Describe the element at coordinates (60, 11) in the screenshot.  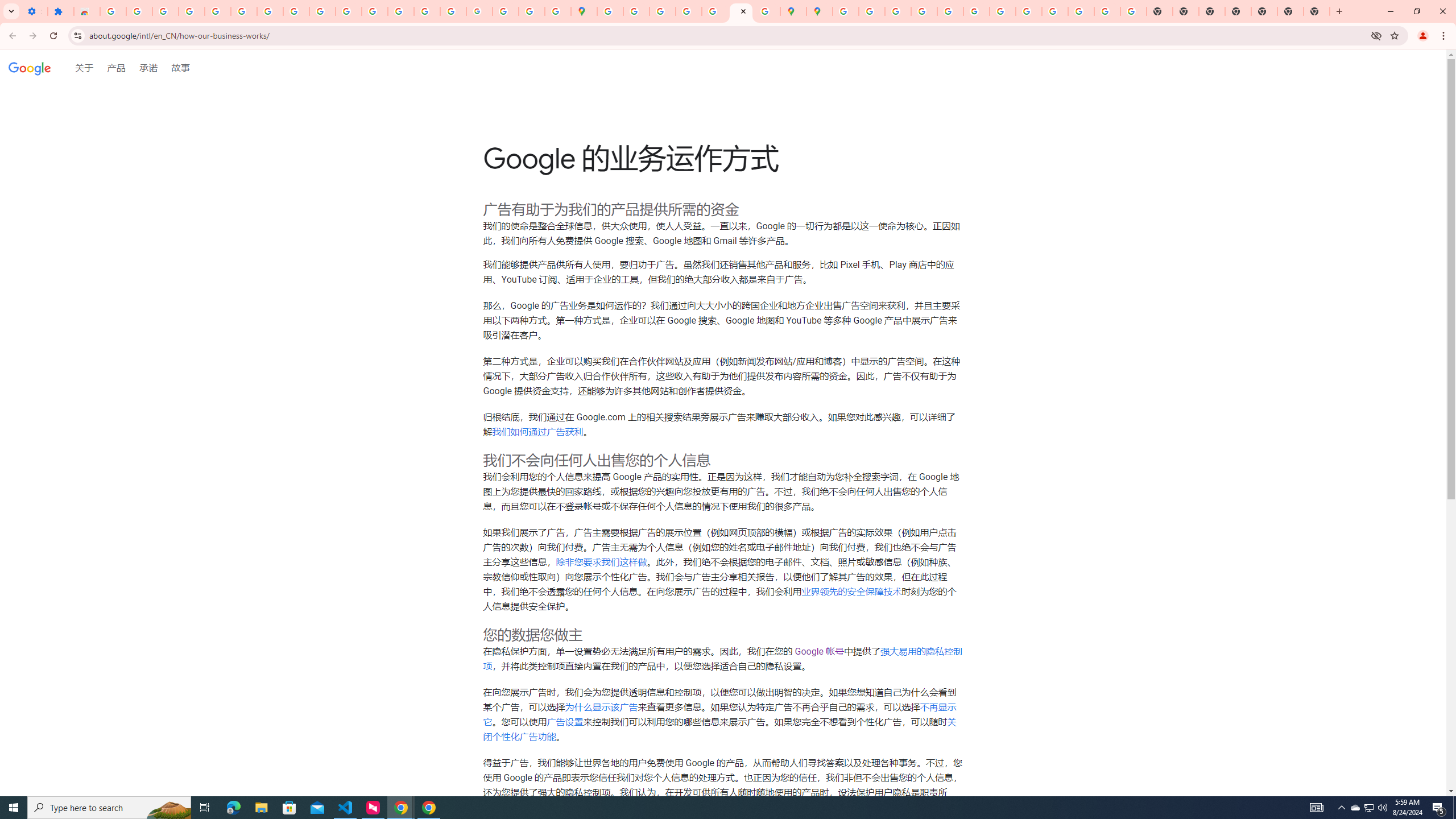
I see `'Extensions'` at that location.